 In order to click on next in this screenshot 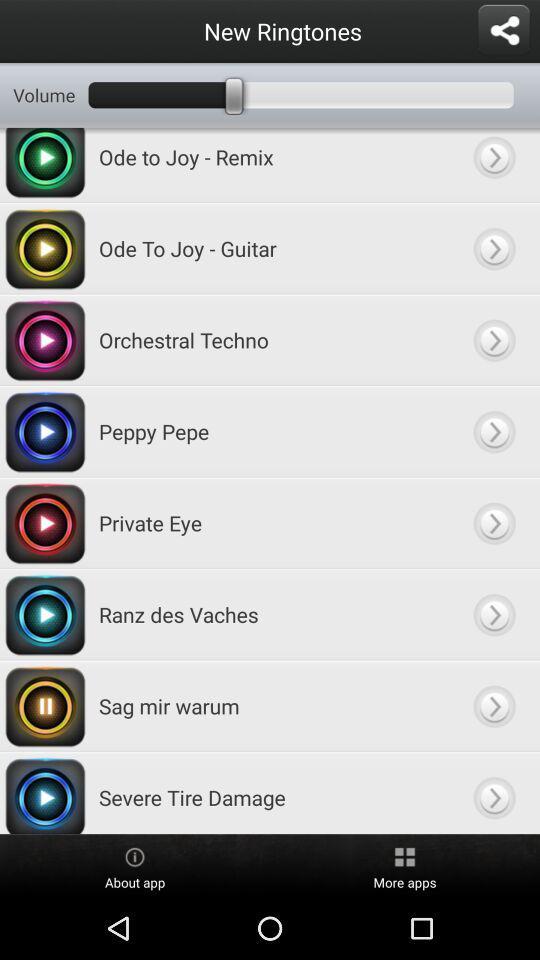, I will do `click(493, 706)`.